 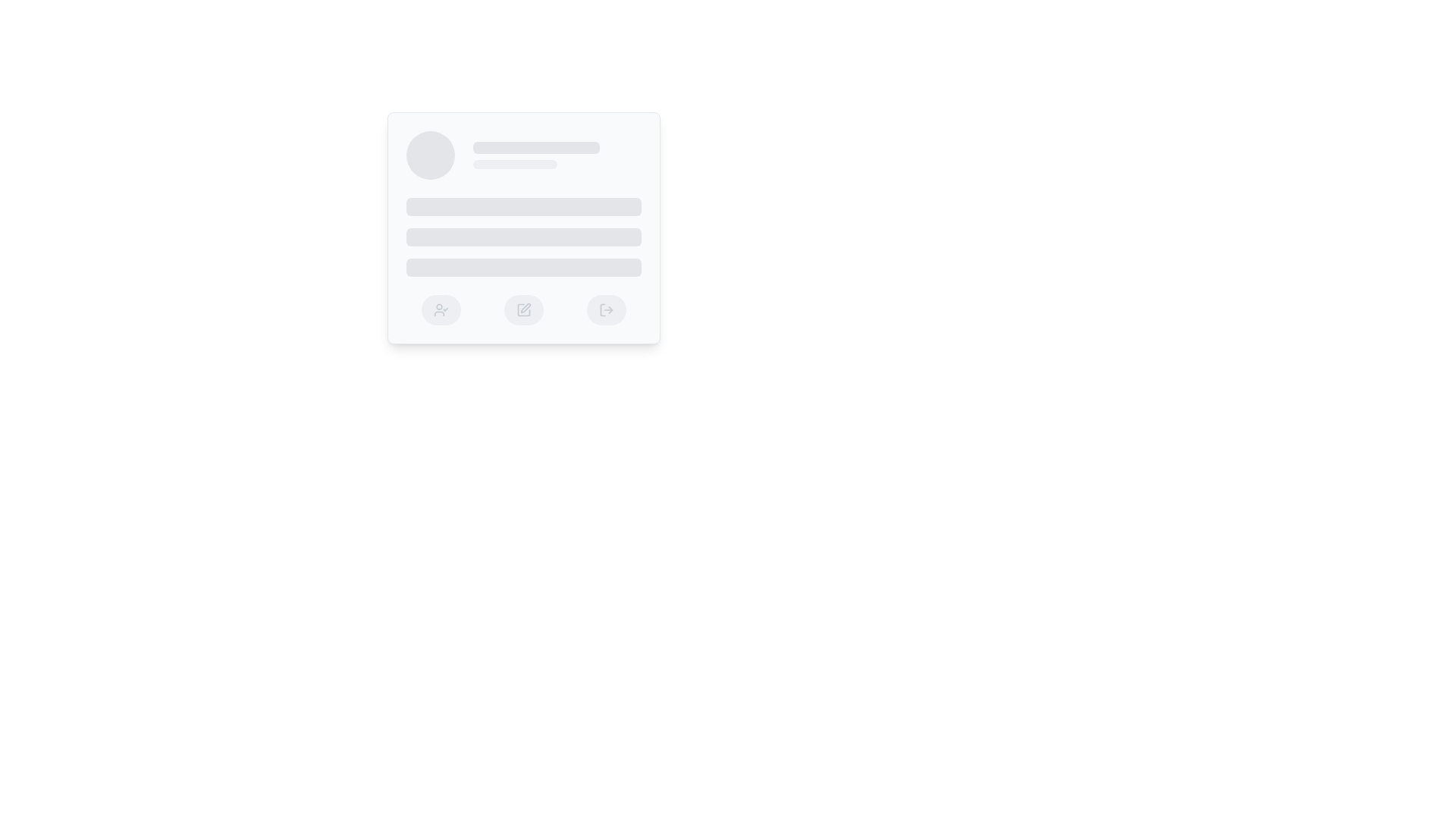 What do you see at coordinates (524, 309) in the screenshot?
I see `the icon representing a square with a pen overlay, located in the footer section of the UI card` at bounding box center [524, 309].